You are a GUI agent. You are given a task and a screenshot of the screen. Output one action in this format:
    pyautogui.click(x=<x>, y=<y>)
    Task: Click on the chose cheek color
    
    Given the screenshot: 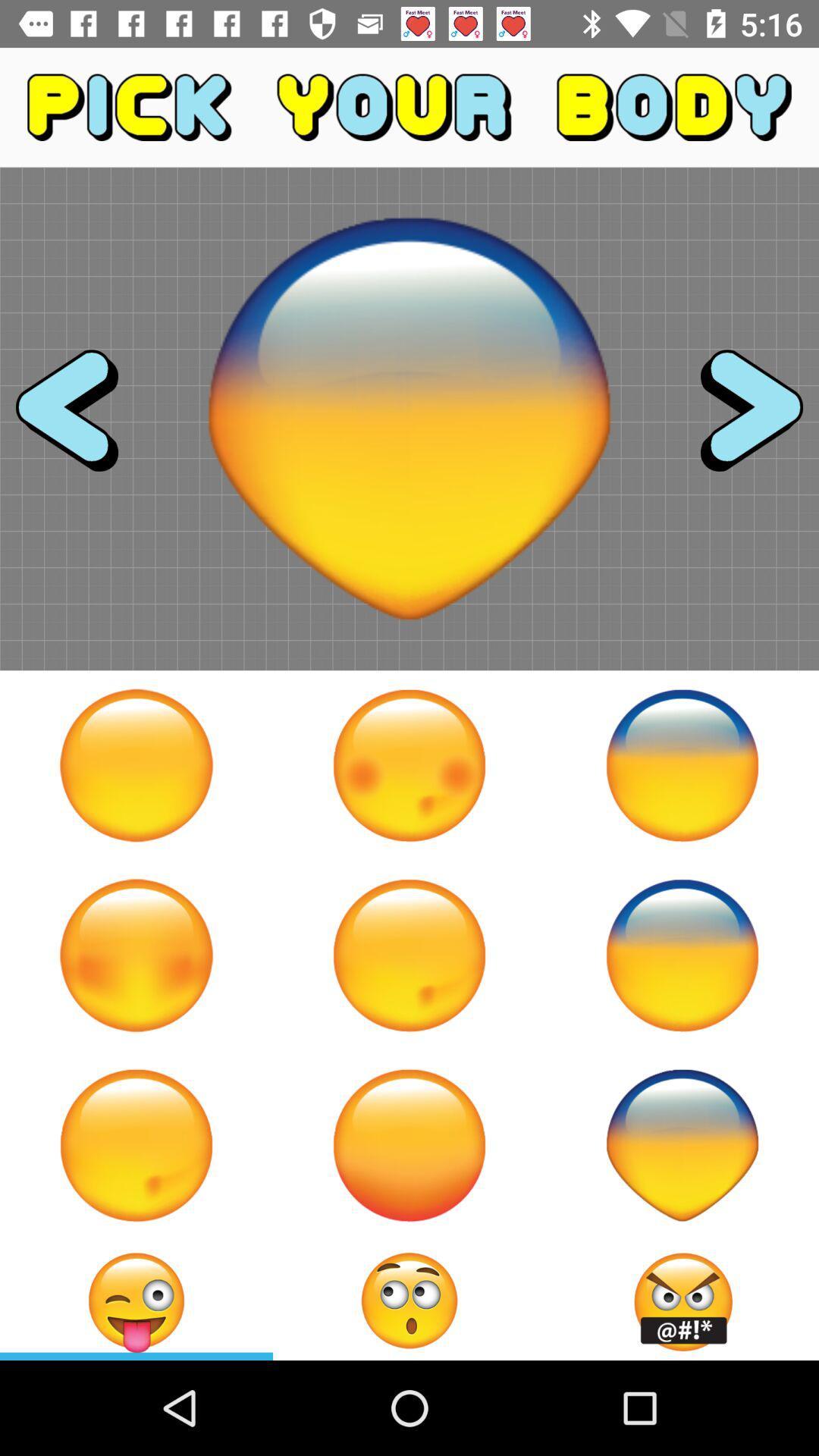 What is the action you would take?
    pyautogui.click(x=136, y=954)
    